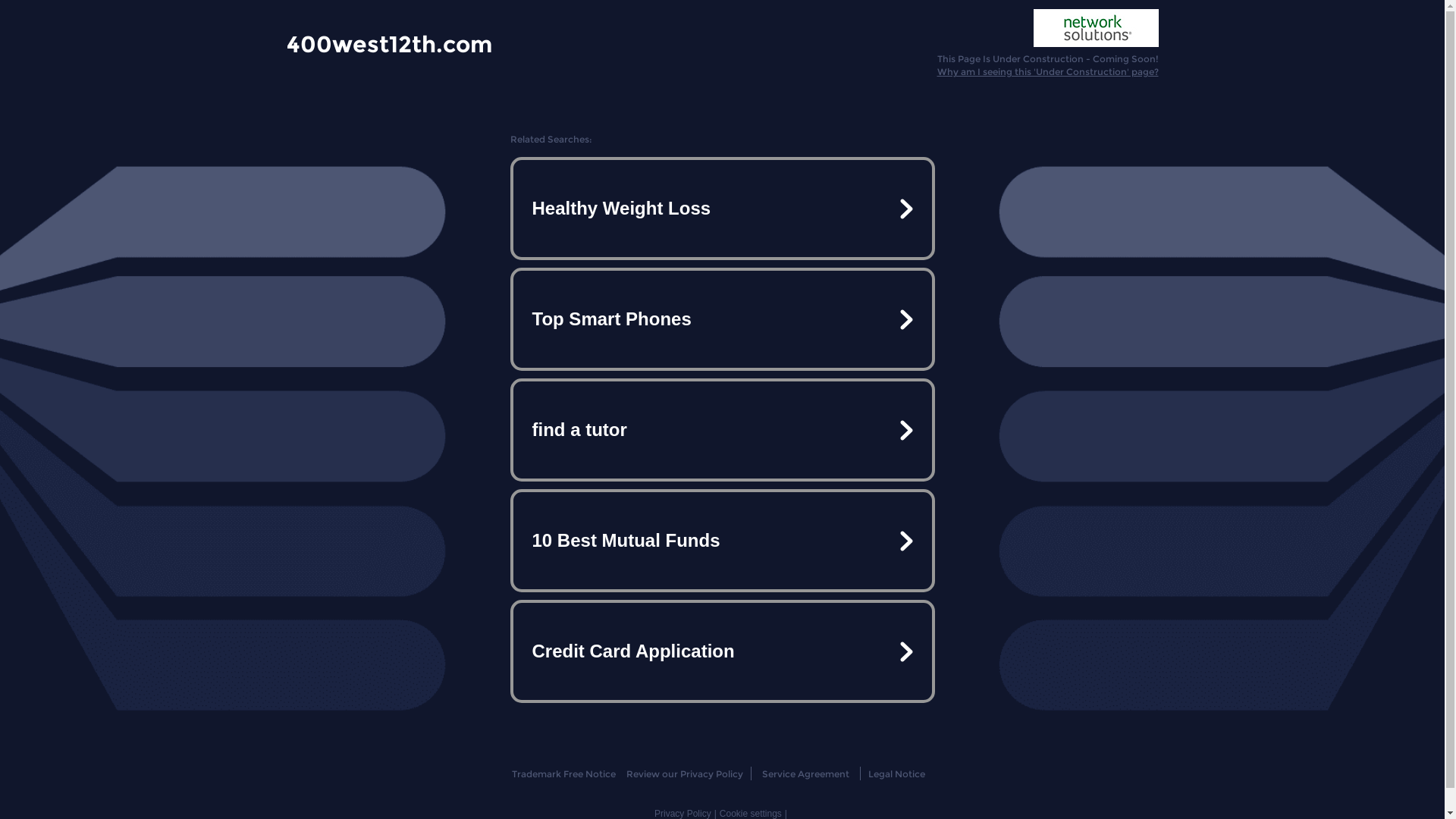 Image resolution: width=1456 pixels, height=819 pixels. I want to click on 'Trademark Free Notice', so click(563, 773).